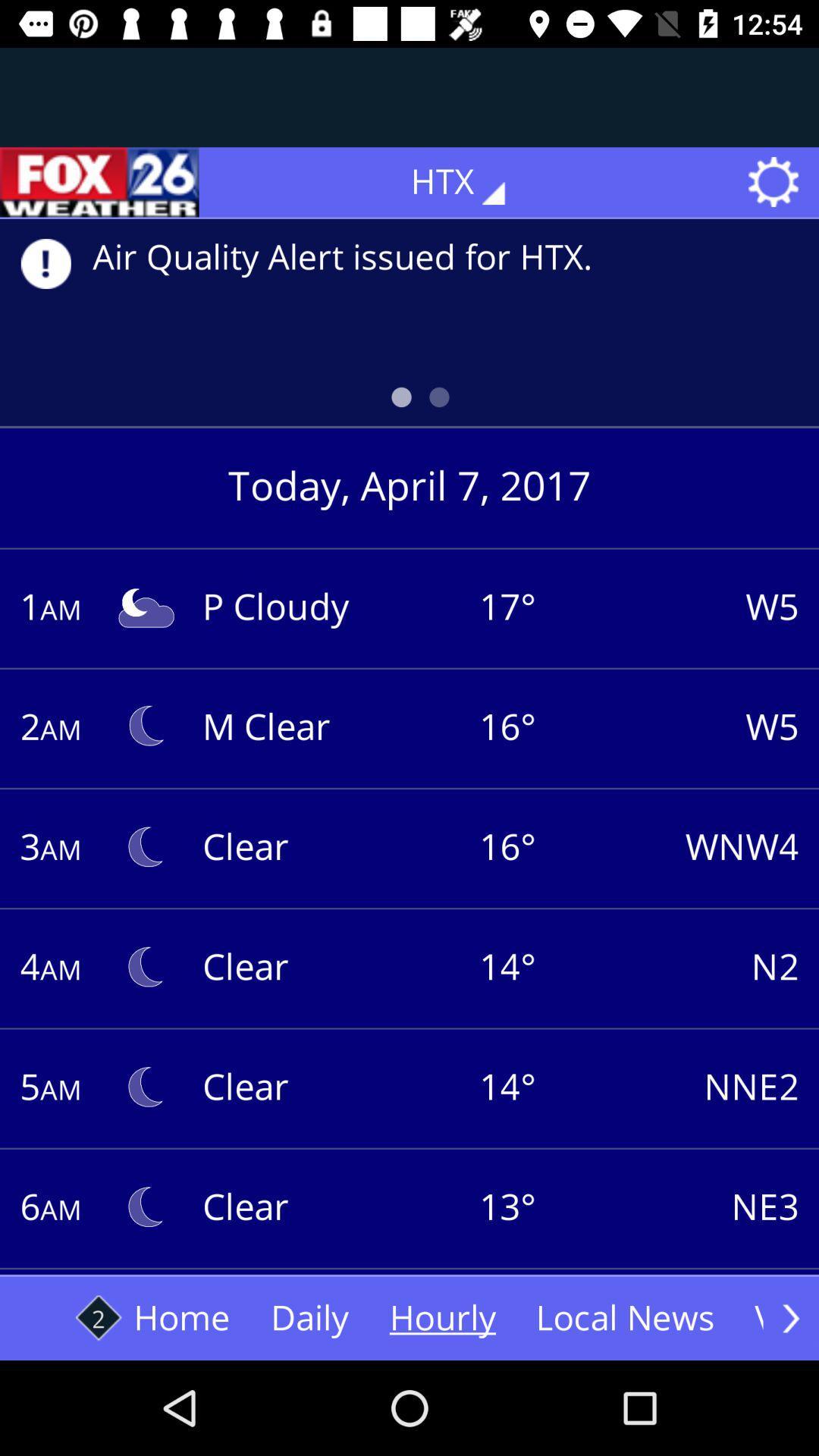  I want to click on the sliders icon, so click(99, 182).